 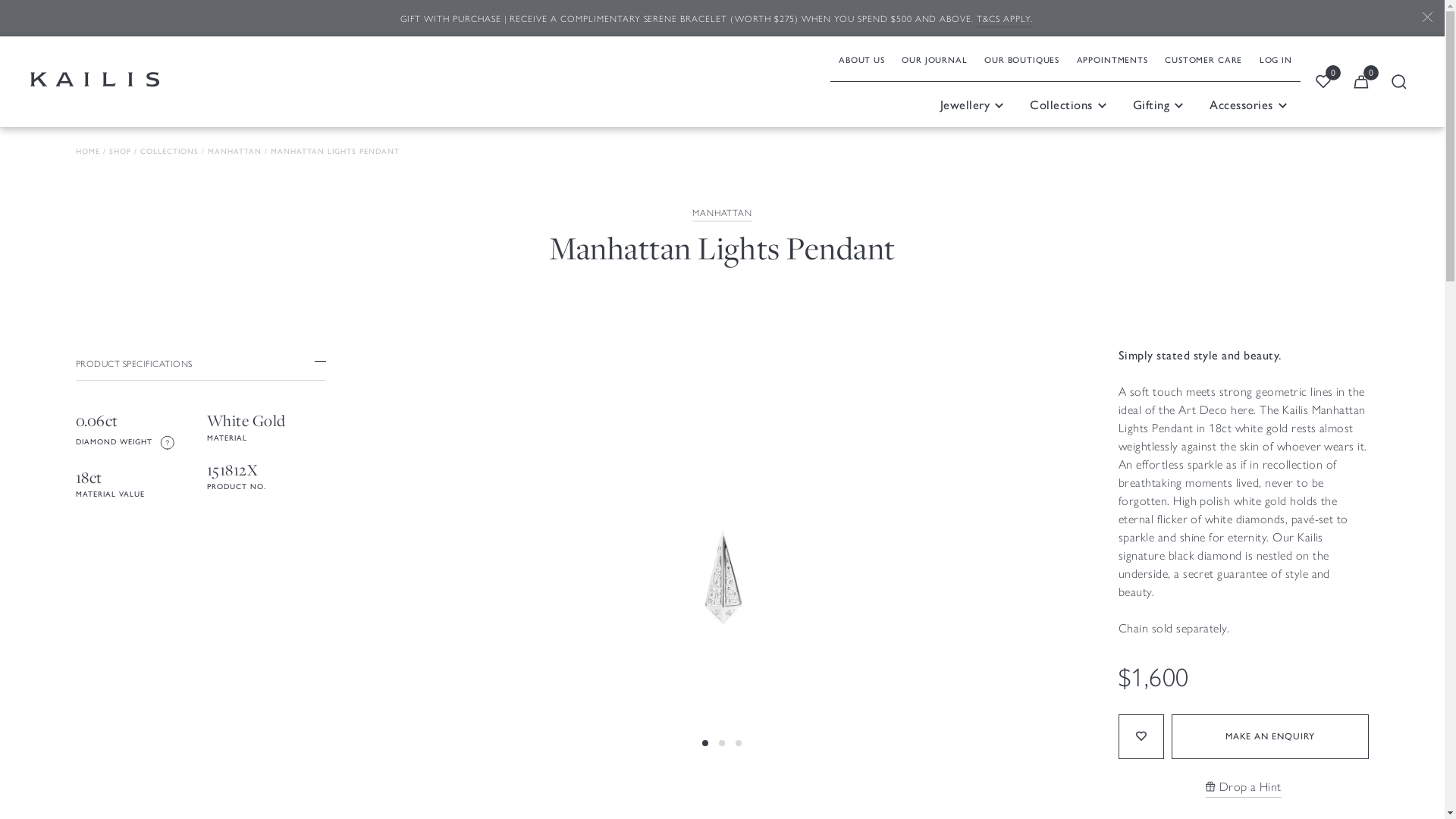 What do you see at coordinates (1156, 58) in the screenshot?
I see `'CUSTOMER CARE'` at bounding box center [1156, 58].